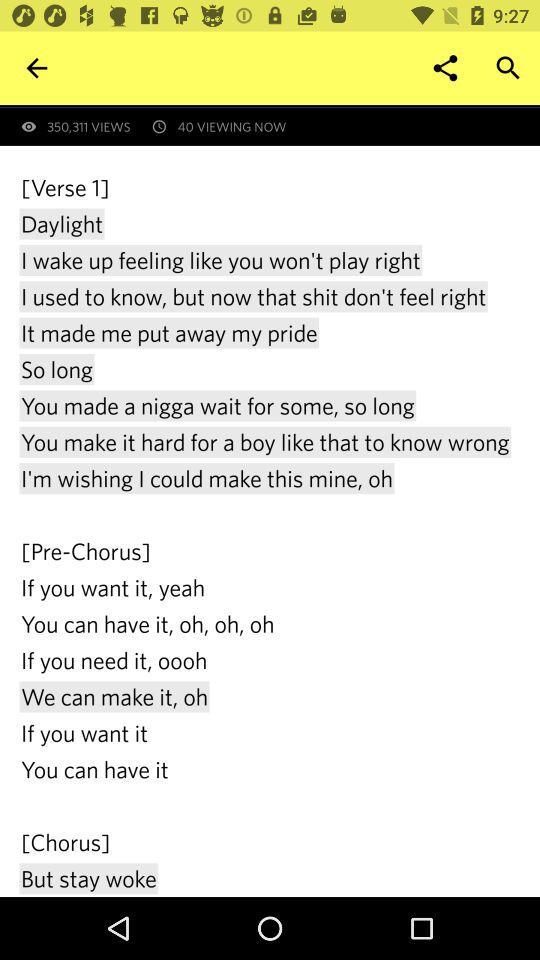 The height and width of the screenshot is (960, 540). I want to click on item above the first revealed at icon, so click(445, 68).